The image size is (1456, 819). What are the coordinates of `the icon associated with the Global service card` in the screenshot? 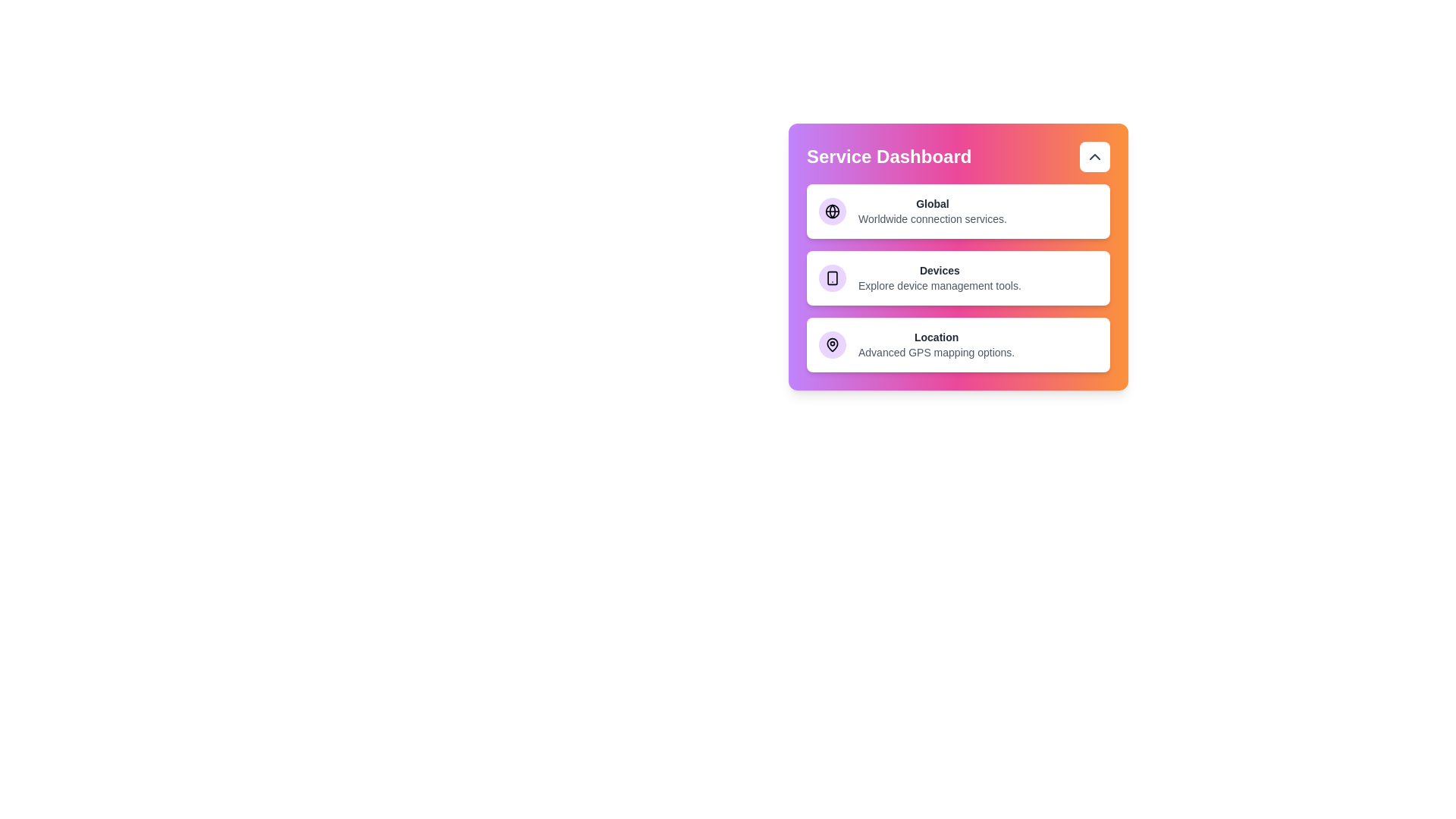 It's located at (832, 211).